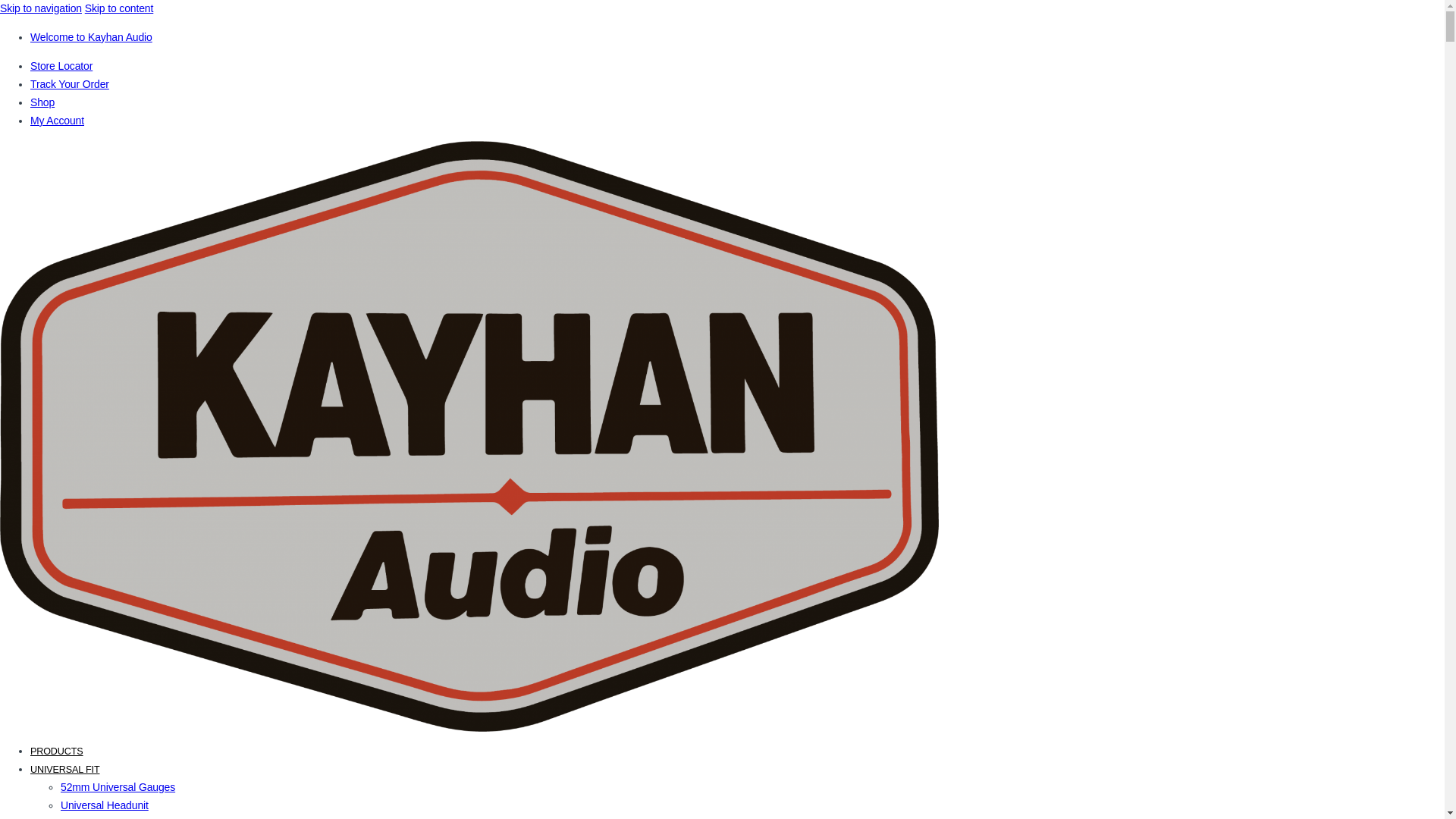 This screenshot has height=819, width=1456. I want to click on 'My Account', so click(57, 119).